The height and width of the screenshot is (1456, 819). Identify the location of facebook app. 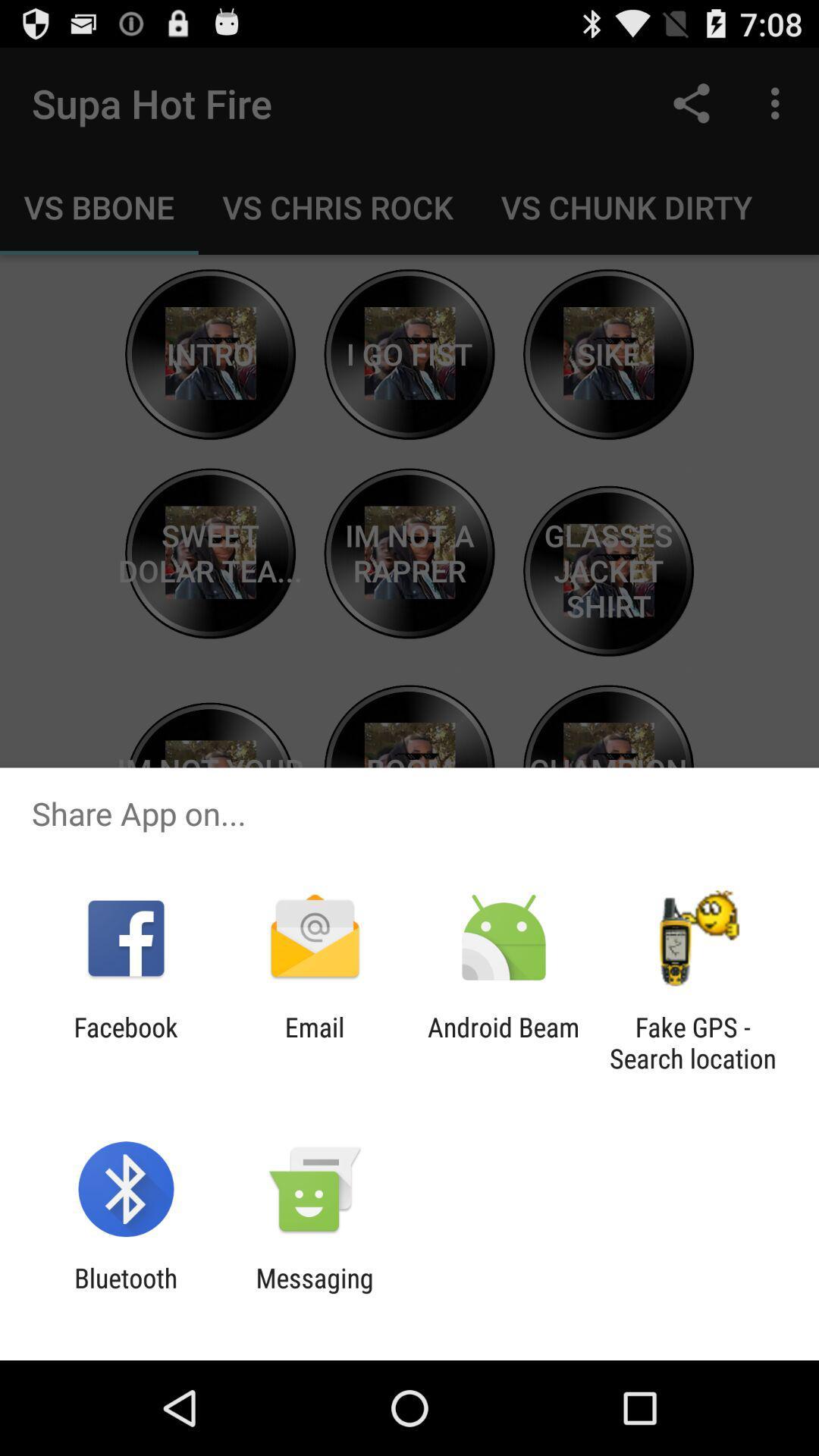
(125, 1042).